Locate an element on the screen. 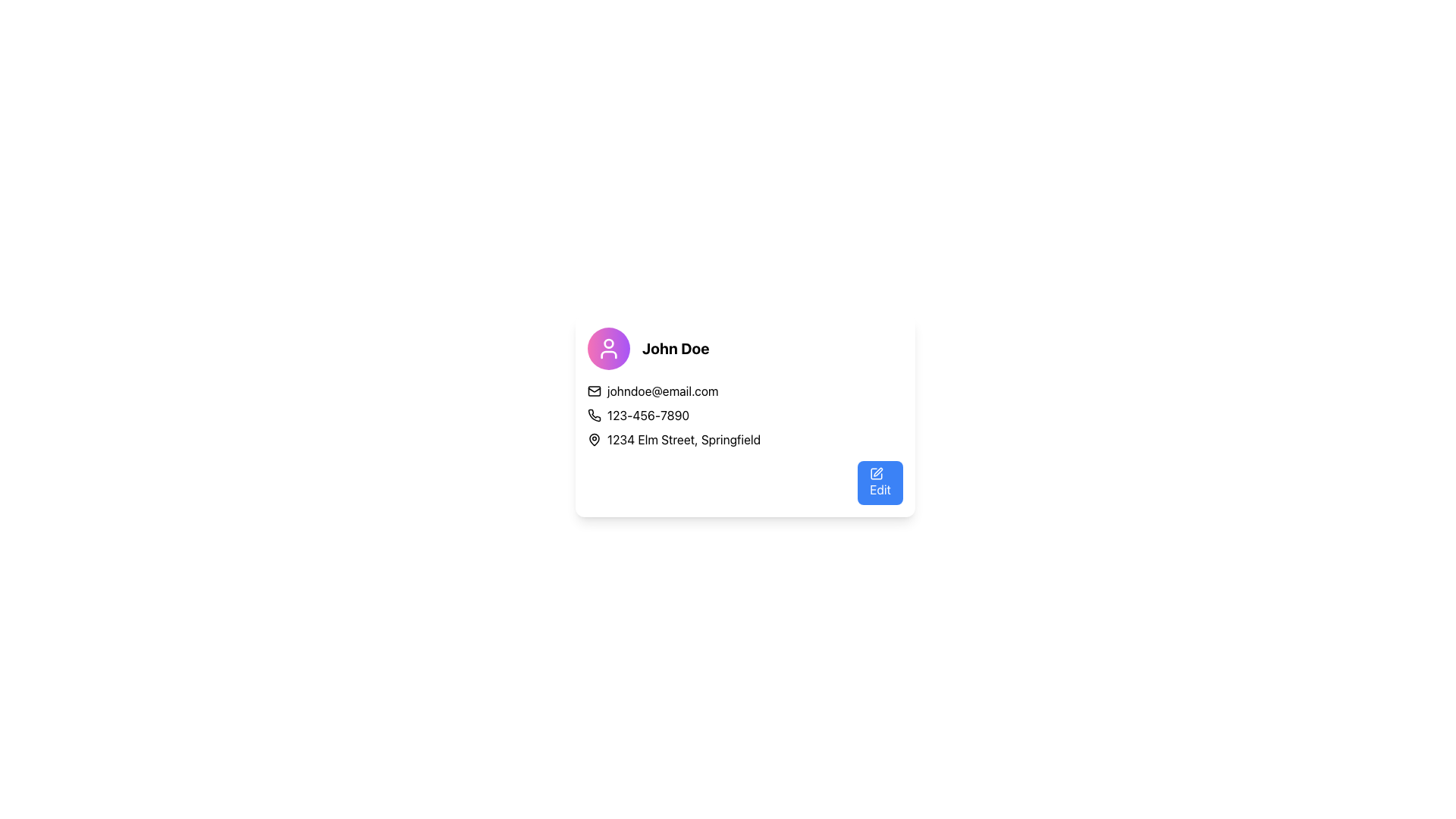 Image resolution: width=1456 pixels, height=819 pixels. the location marker icon next to the address '1234 Elm Street, Springfield' in the information card is located at coordinates (593, 438).